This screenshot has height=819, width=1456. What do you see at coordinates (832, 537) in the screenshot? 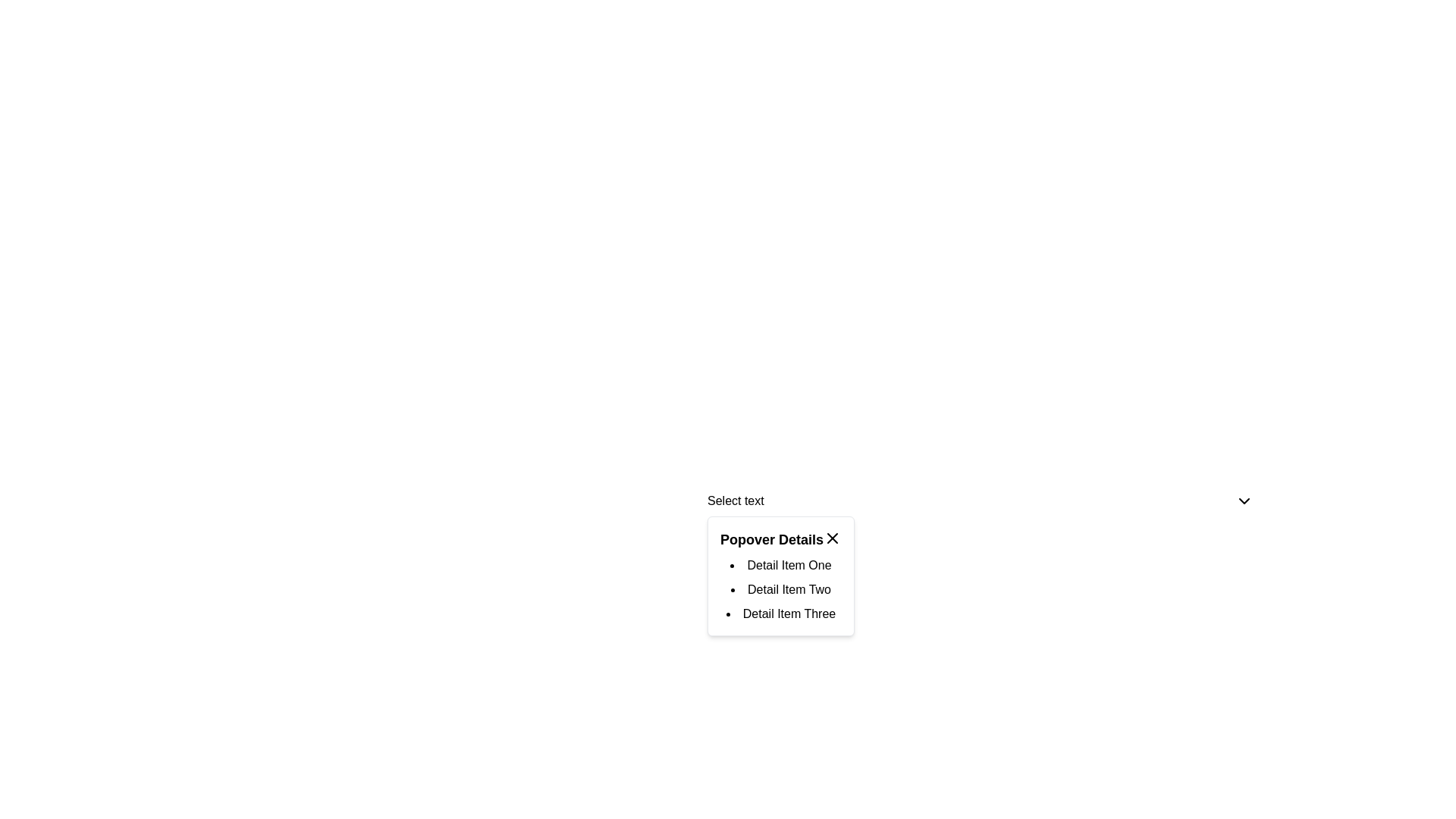
I see `the compact 'X' icon located at the top-right corner of the 'Popover Details' header` at bounding box center [832, 537].